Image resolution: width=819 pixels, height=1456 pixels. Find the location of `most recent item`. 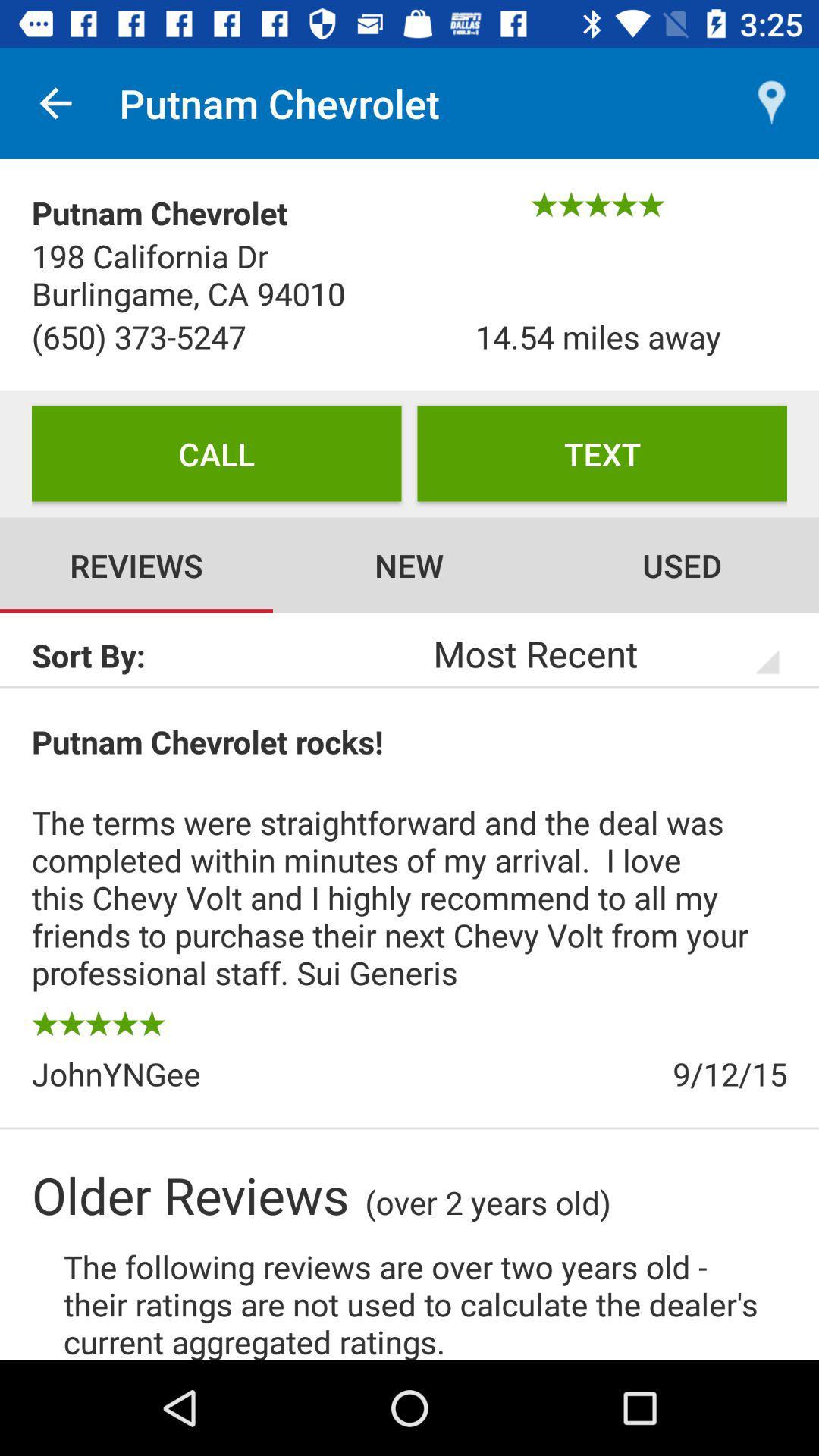

most recent item is located at coordinates (585, 653).